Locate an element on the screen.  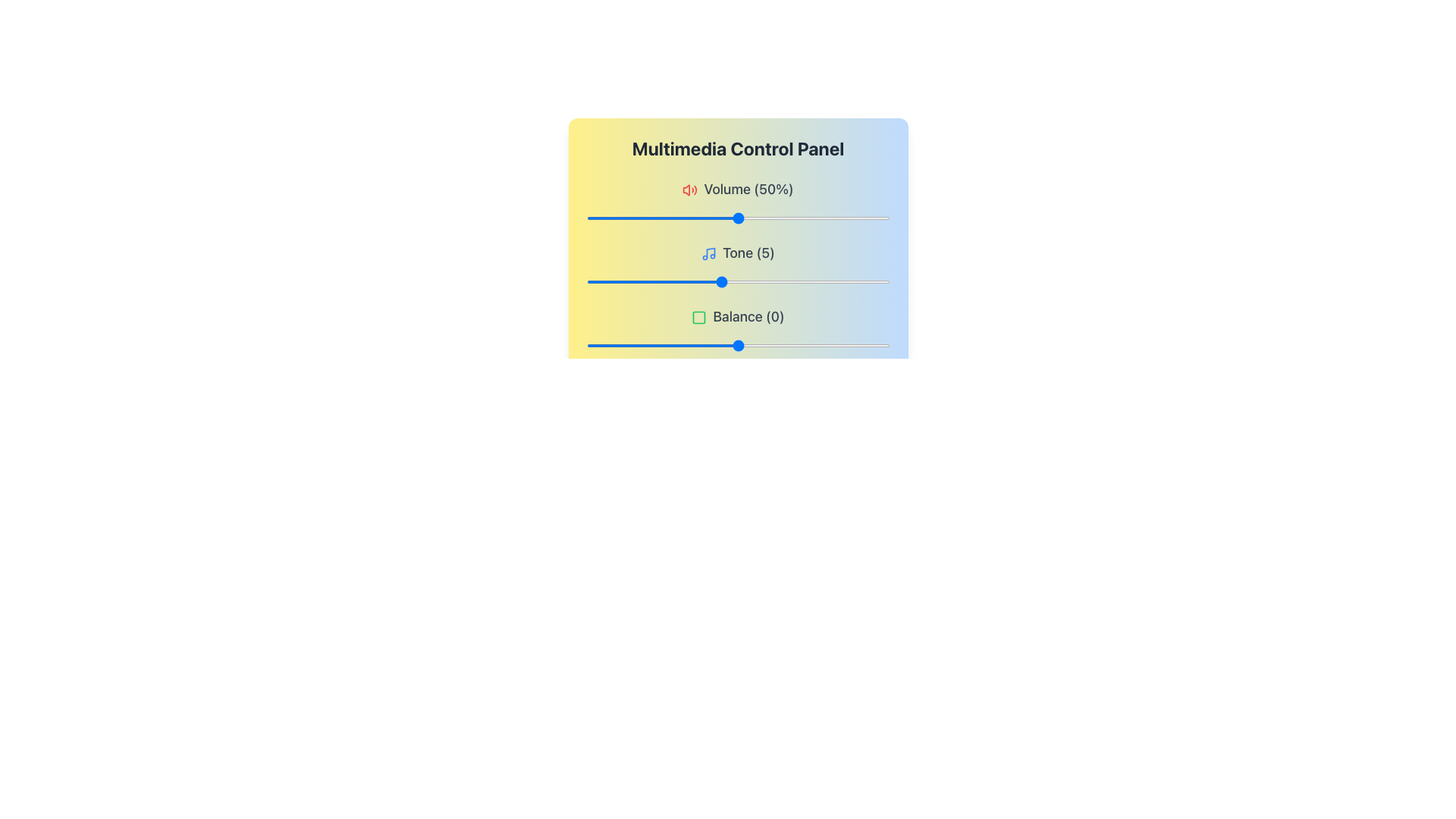
the red-colored speaker icon with sound waves, located to the left of the text 'Volume (50%)' in the multimedia control panel is located at coordinates (689, 190).